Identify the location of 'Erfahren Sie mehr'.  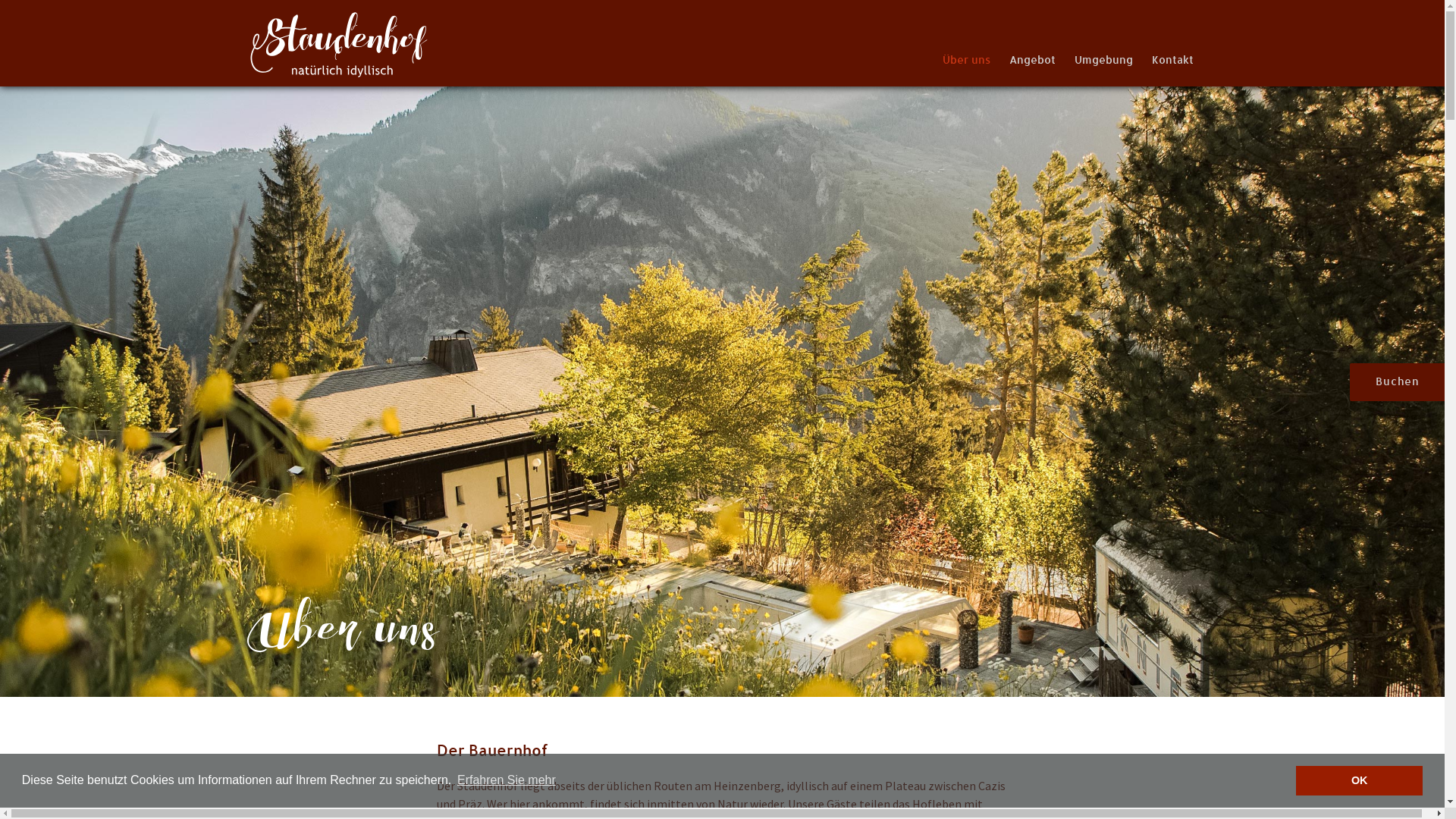
(506, 780).